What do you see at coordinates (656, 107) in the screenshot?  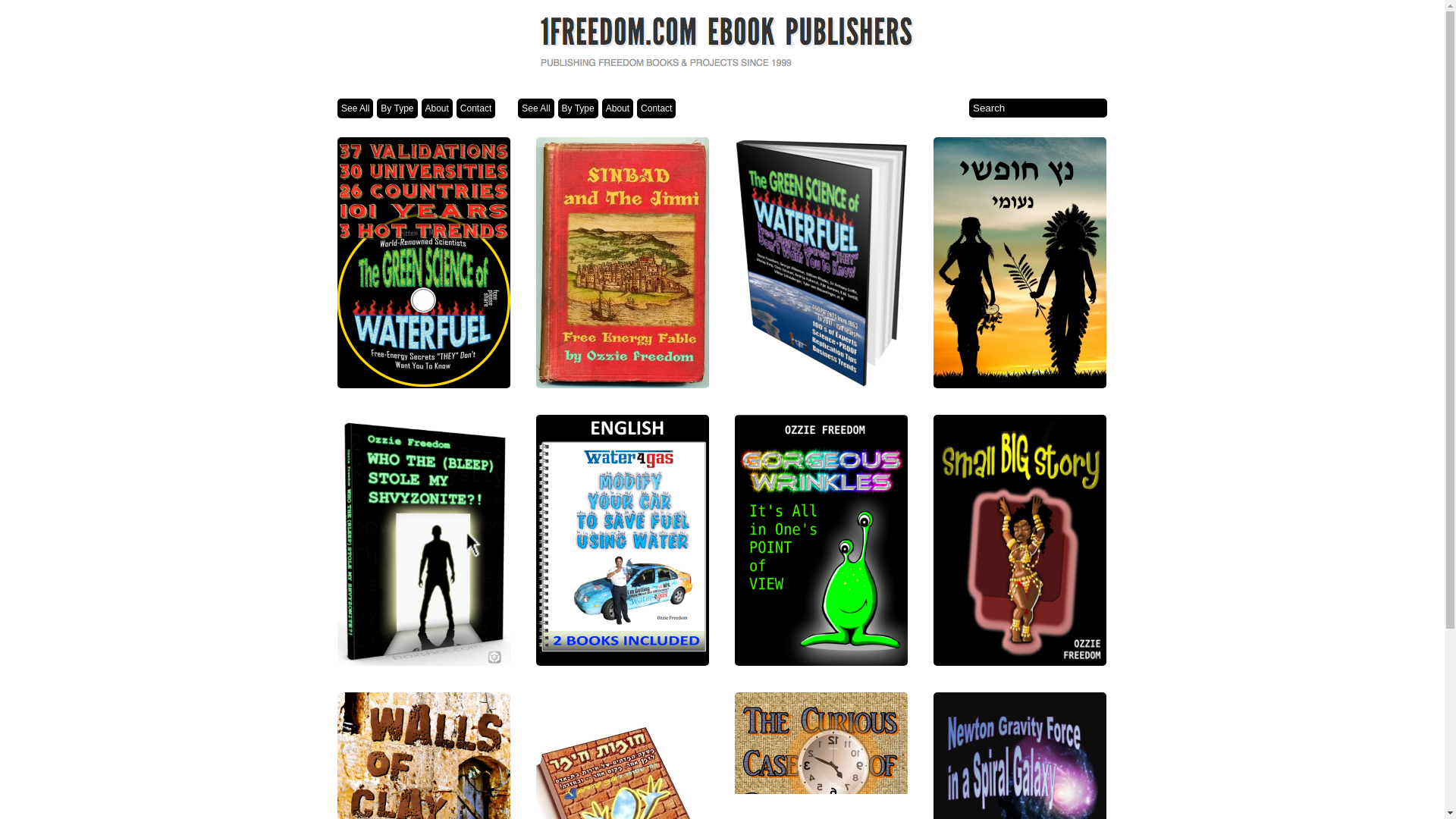 I see `'Contact'` at bounding box center [656, 107].